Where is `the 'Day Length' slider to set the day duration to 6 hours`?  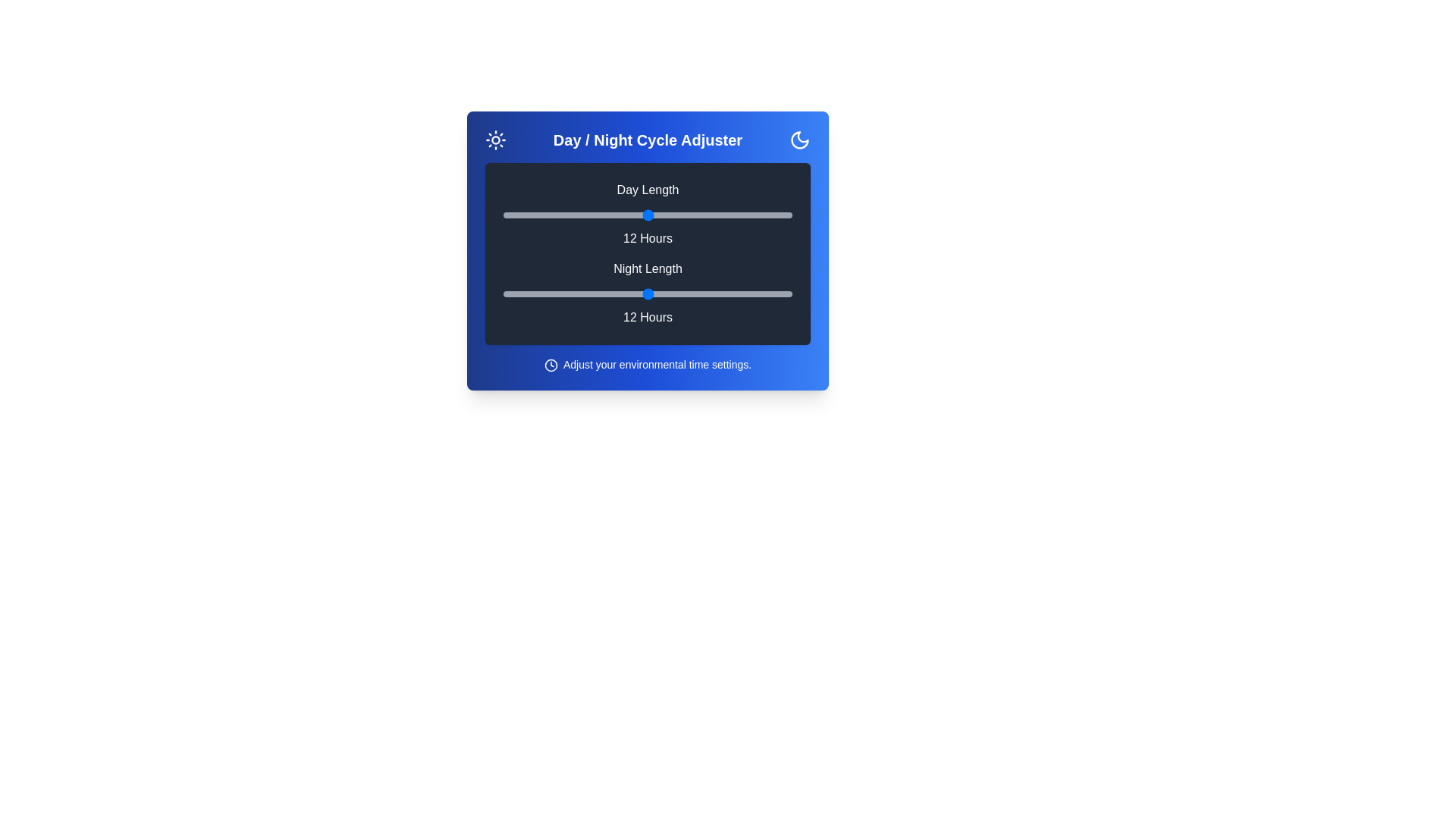 the 'Day Length' slider to set the day duration to 6 hours is located at coordinates (503, 215).